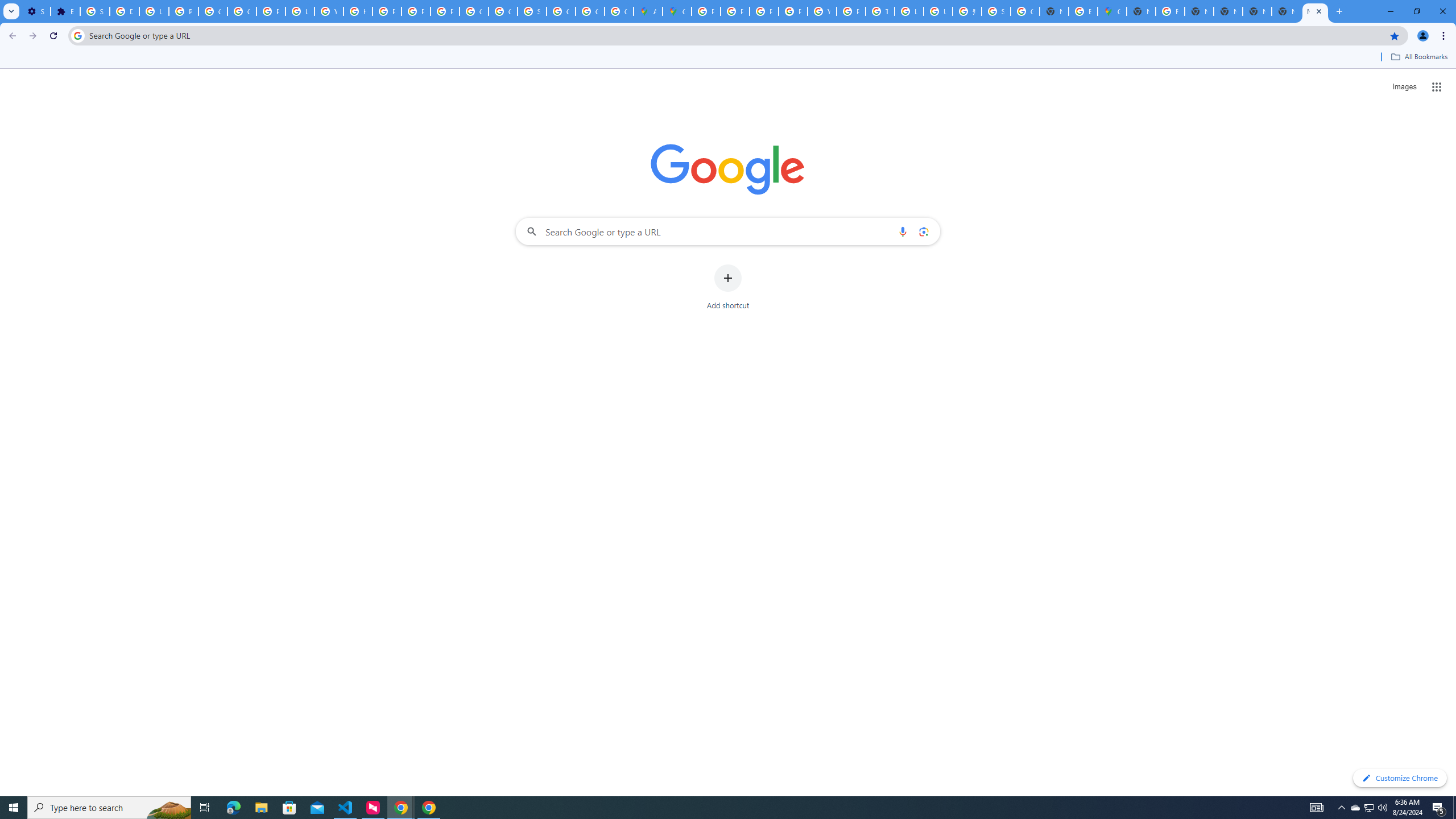 The height and width of the screenshot is (819, 1456). I want to click on 'New Tab', so click(1314, 11).